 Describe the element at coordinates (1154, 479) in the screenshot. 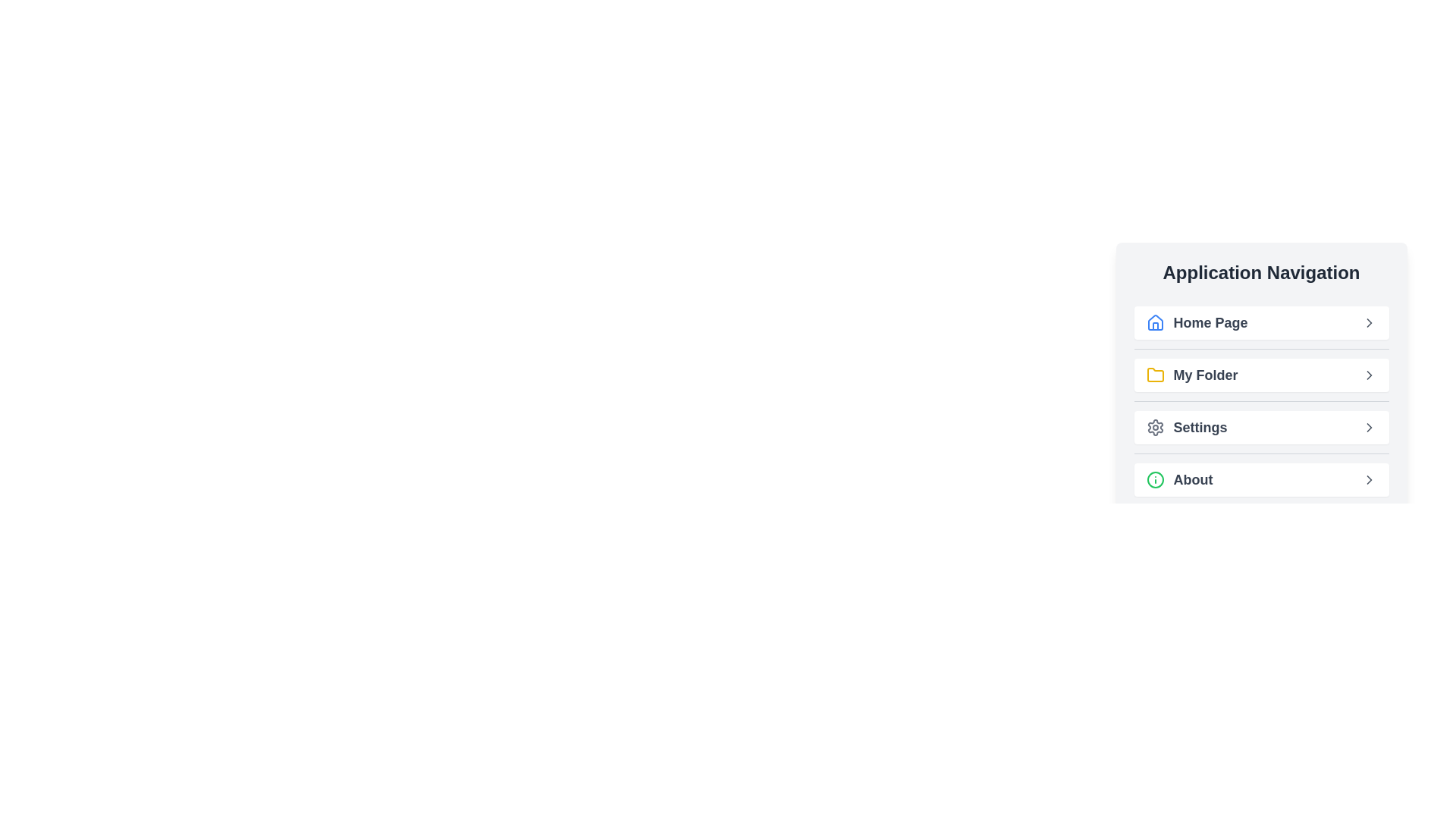

I see `the 'About' navigation entry which is represented by the SVG icon containing a circular shape with a green border` at that location.